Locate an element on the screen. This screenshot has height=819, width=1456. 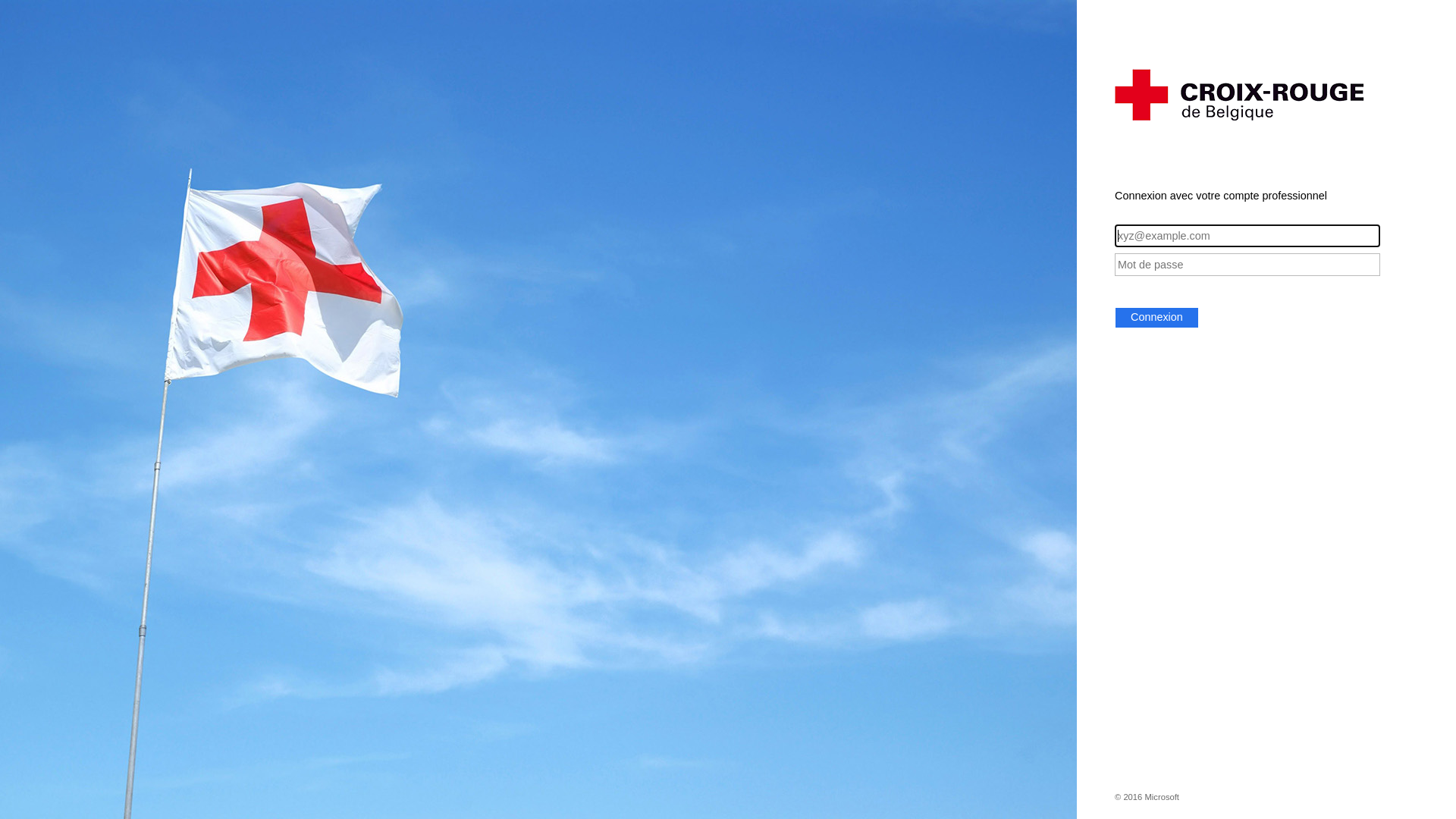
'Connexion' is located at coordinates (1156, 317).